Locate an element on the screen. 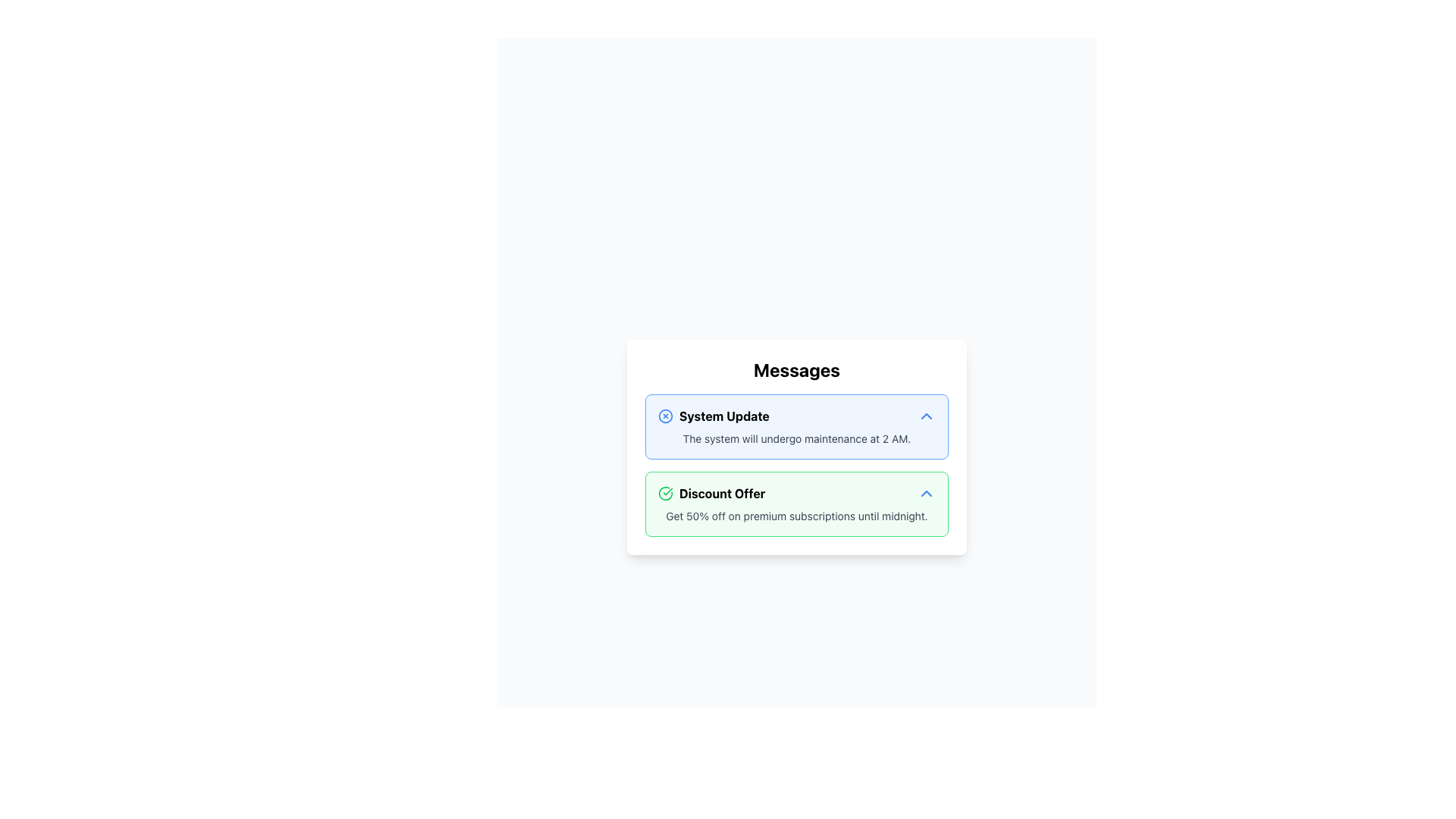  the upward-pointing blue chevron icon located at the far-right of the 'Discount Offer' section to possibly see a tooltip is located at coordinates (926, 494).